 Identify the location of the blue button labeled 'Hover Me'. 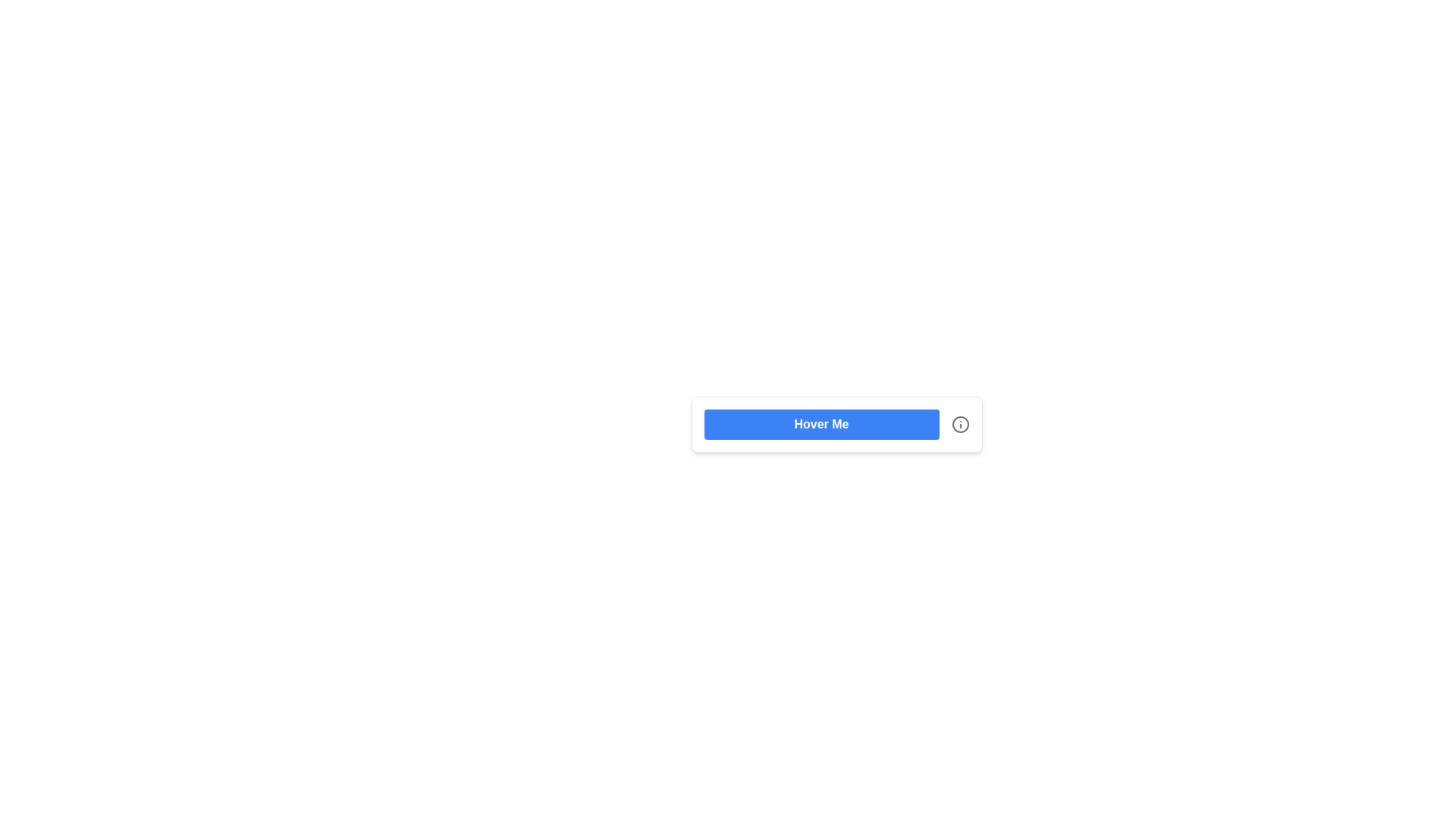
(836, 424).